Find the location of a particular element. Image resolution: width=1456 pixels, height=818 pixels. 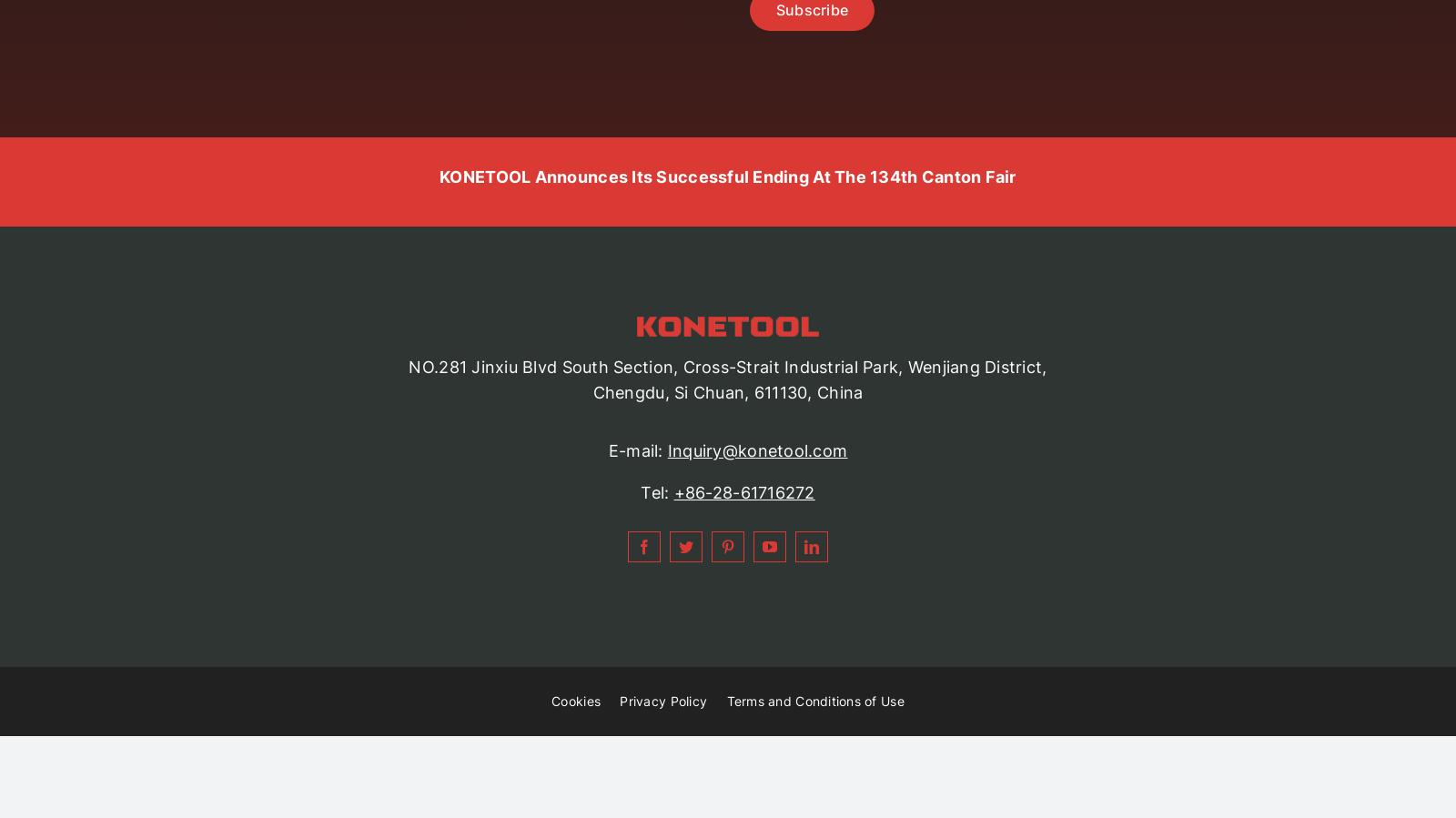

'Cookies' is located at coordinates (575, 701).